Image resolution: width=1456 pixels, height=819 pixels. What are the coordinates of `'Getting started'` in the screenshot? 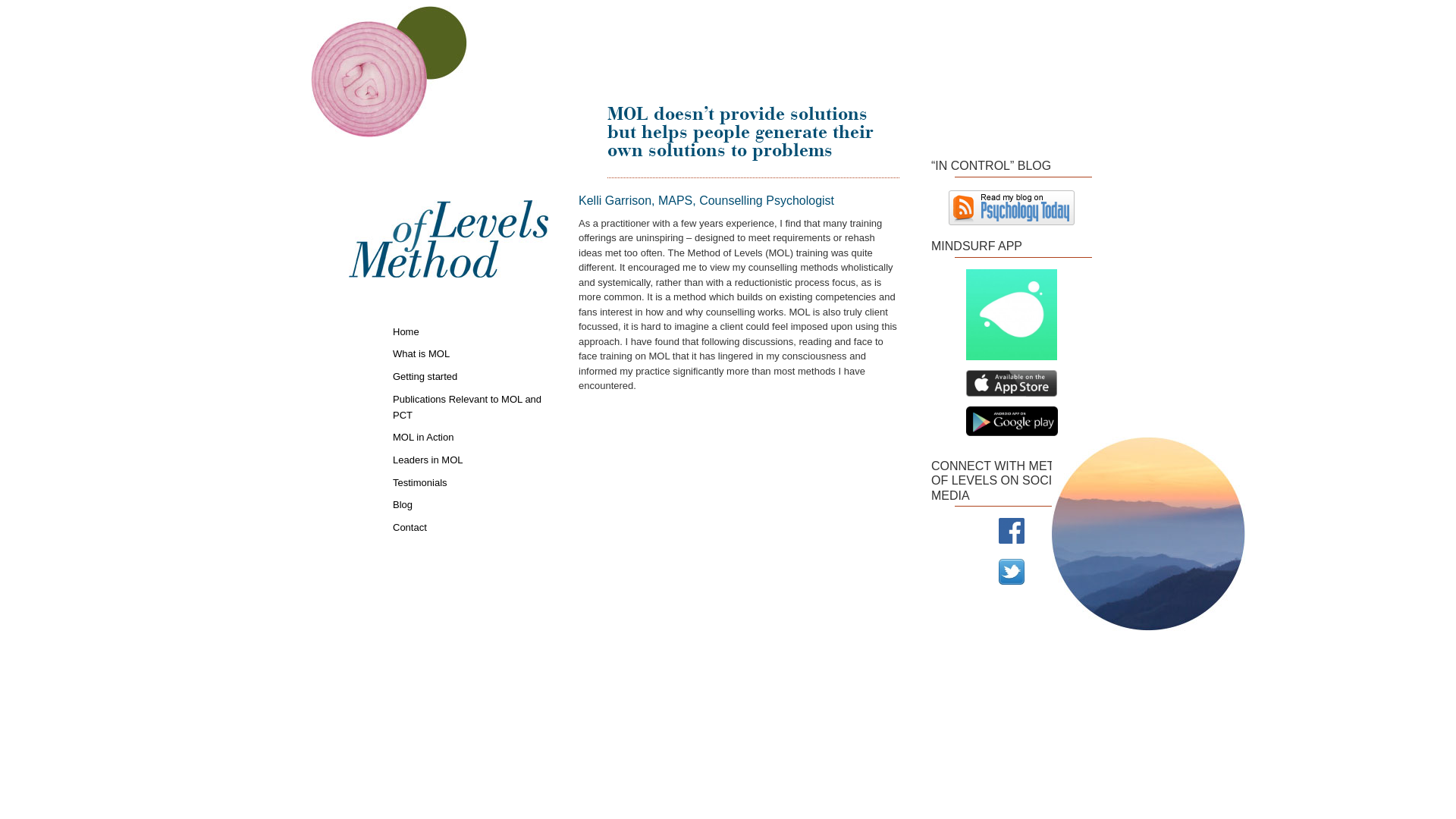 It's located at (469, 375).